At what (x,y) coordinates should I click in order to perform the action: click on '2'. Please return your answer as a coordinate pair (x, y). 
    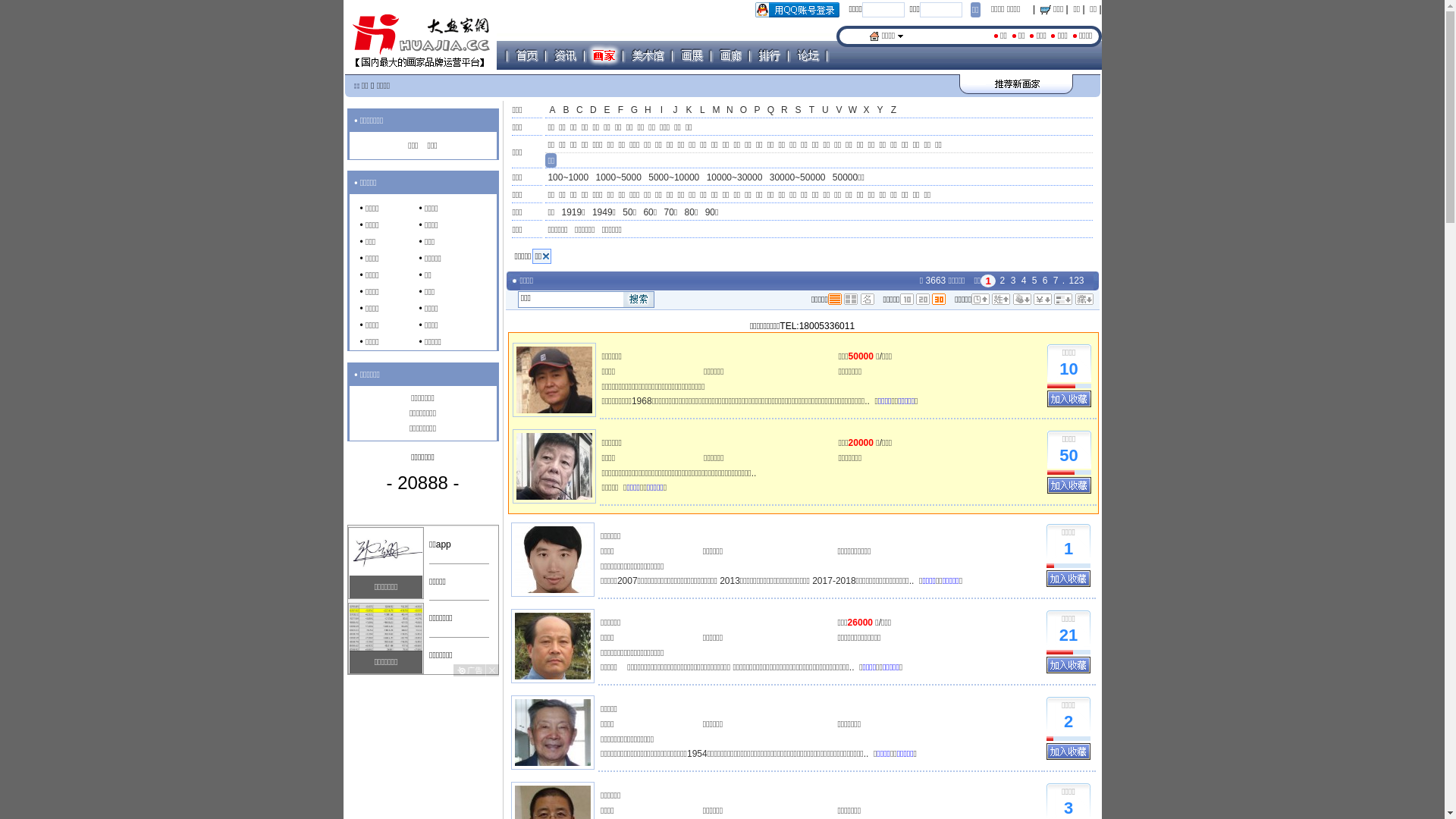
    Looking at the image, I should click on (1068, 721).